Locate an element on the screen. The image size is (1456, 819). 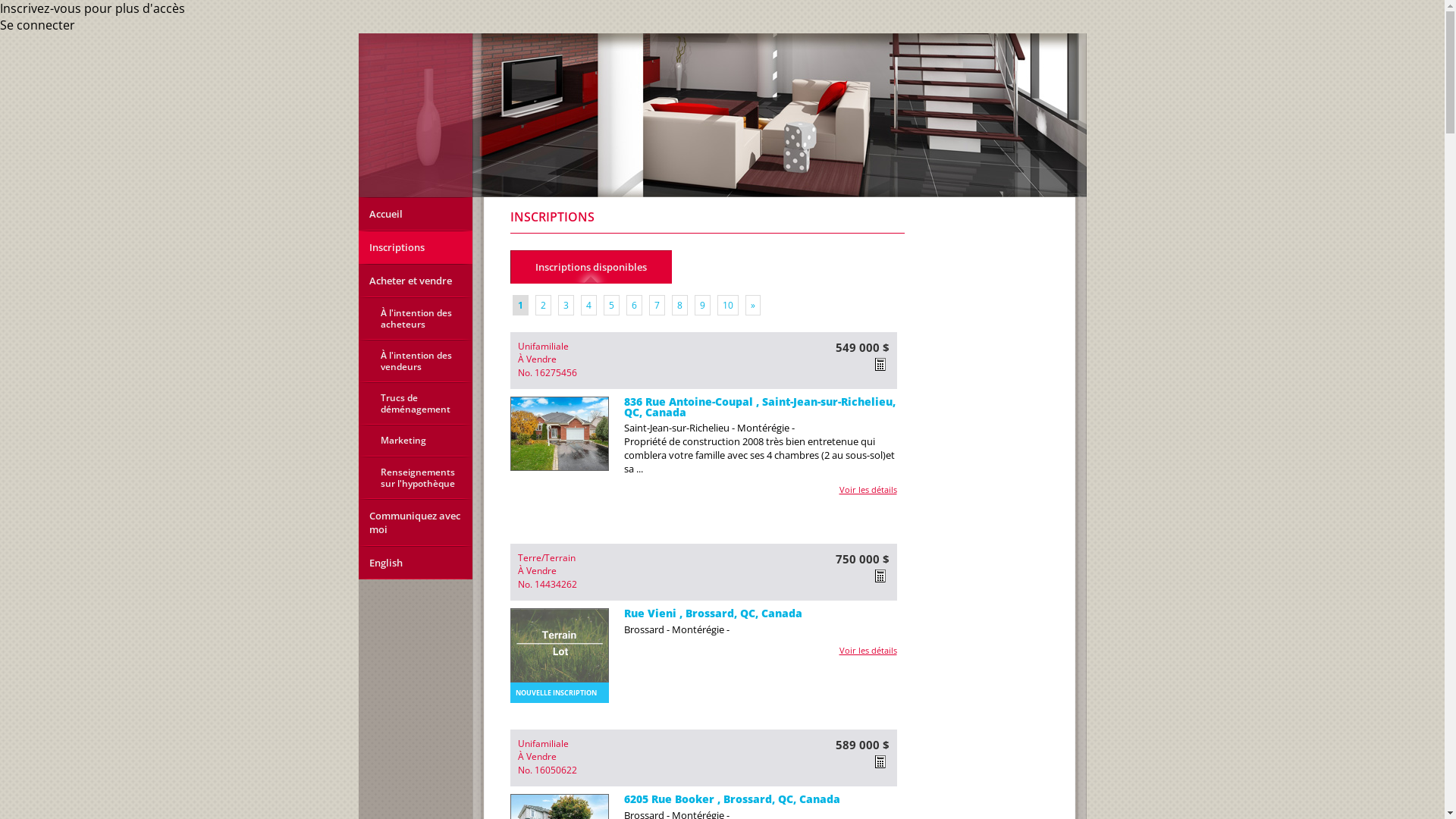
'Accueil' is located at coordinates (415, 213).